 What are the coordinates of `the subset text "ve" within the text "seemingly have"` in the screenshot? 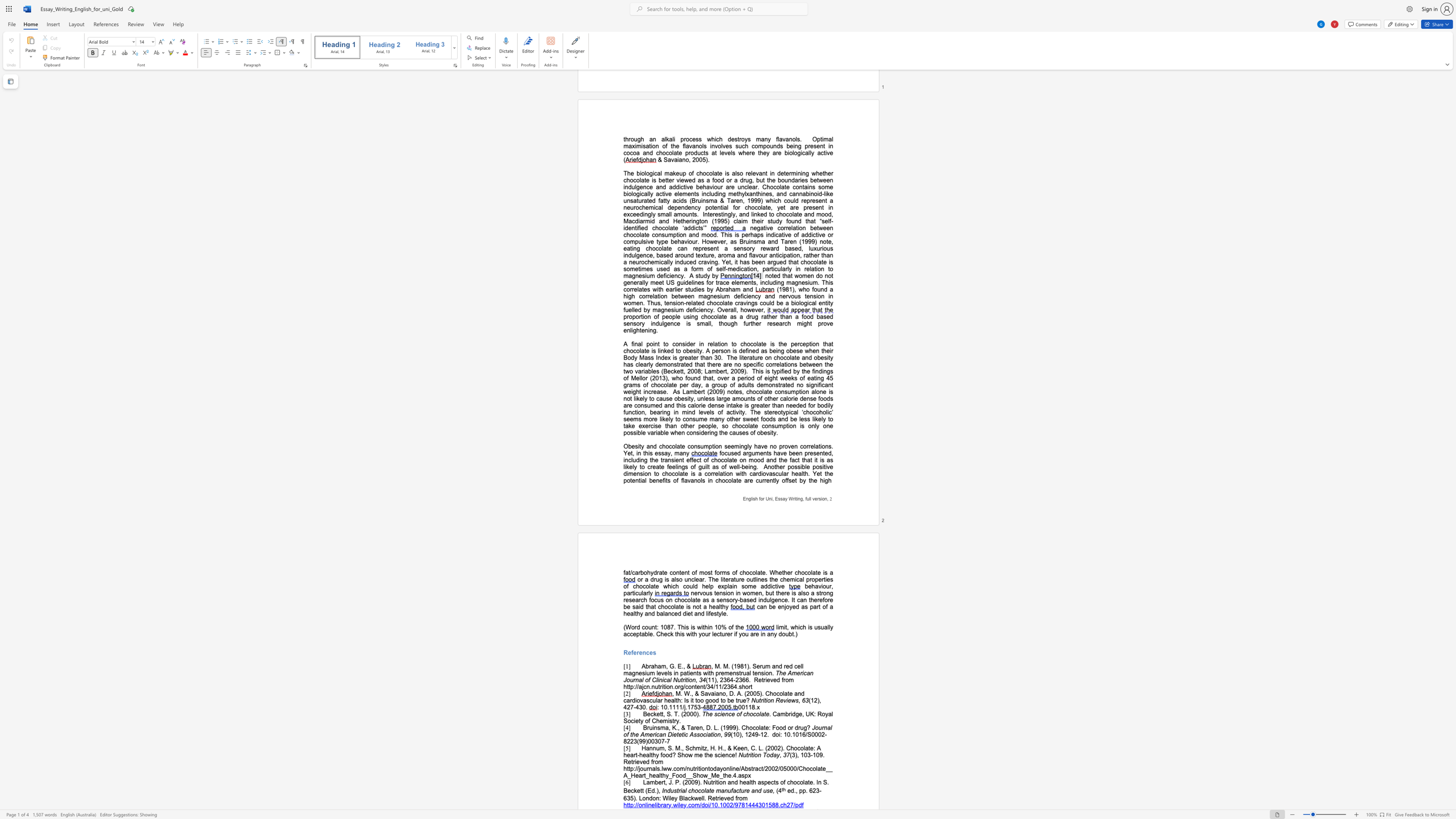 It's located at (760, 445).